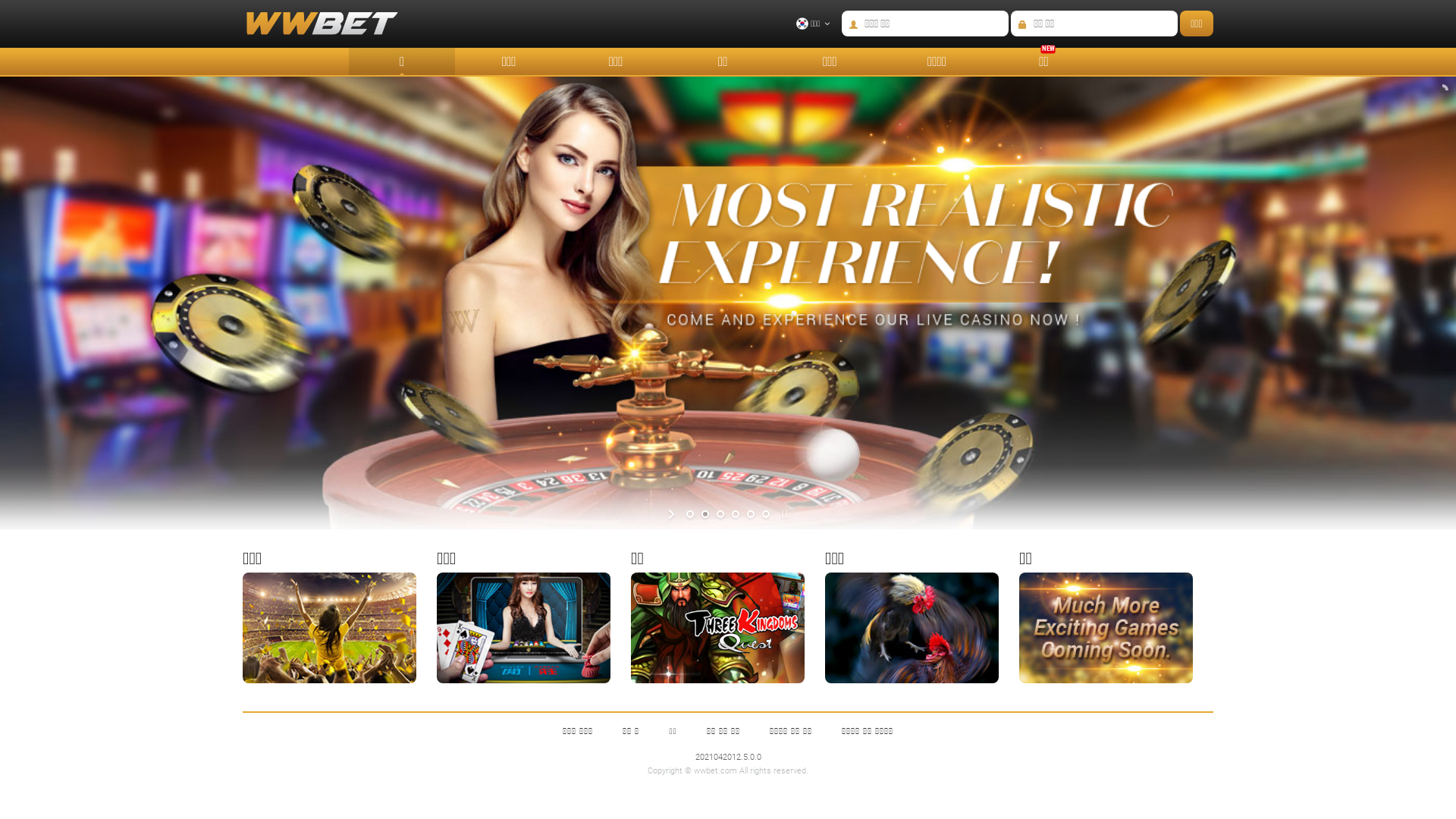  Describe the element at coordinates (310, 31) in the screenshot. I see `'WWBET | Win the game, win the future!'` at that location.